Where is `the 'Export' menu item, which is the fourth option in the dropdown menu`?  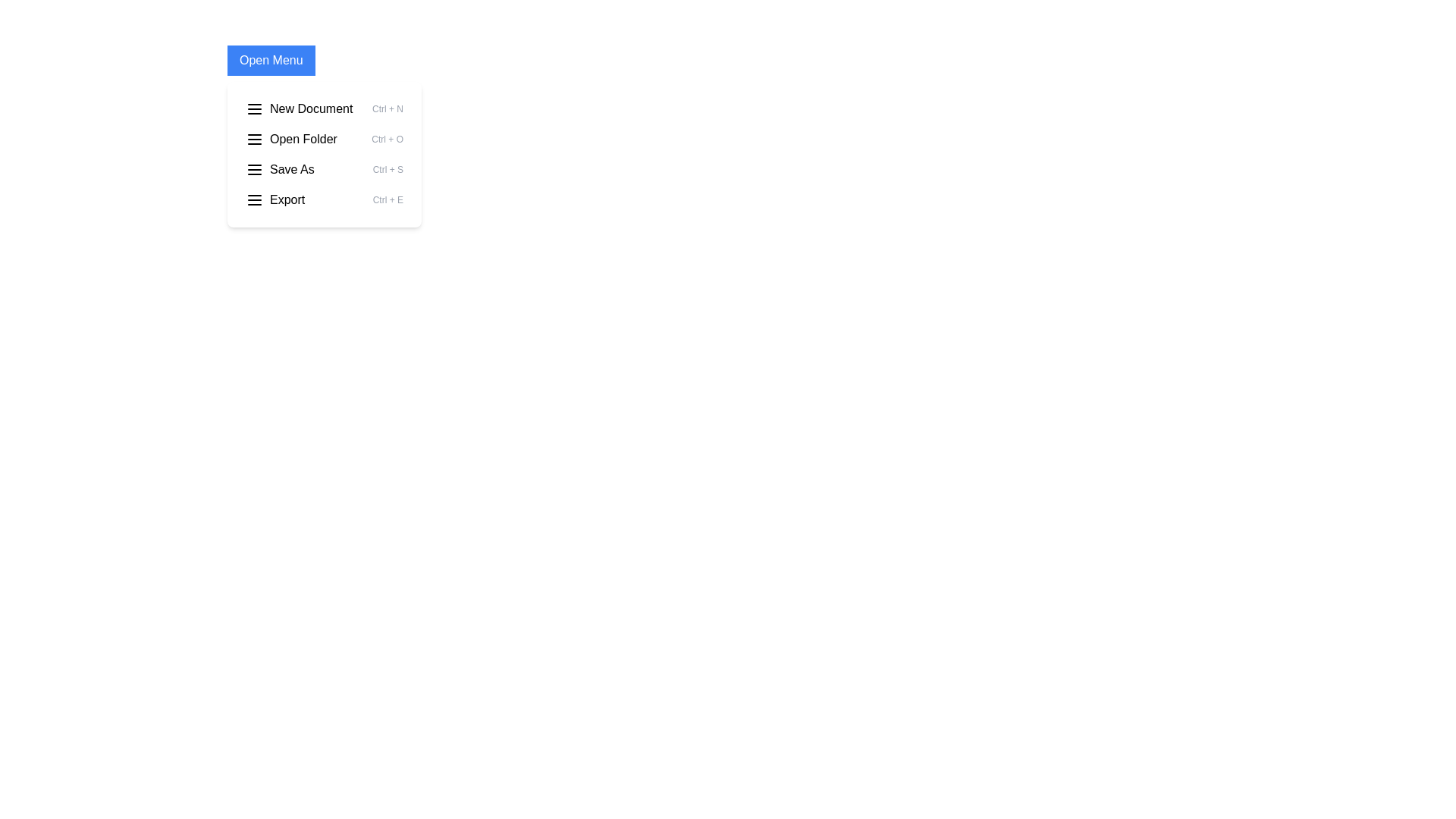 the 'Export' menu item, which is the fourth option in the dropdown menu is located at coordinates (275, 199).